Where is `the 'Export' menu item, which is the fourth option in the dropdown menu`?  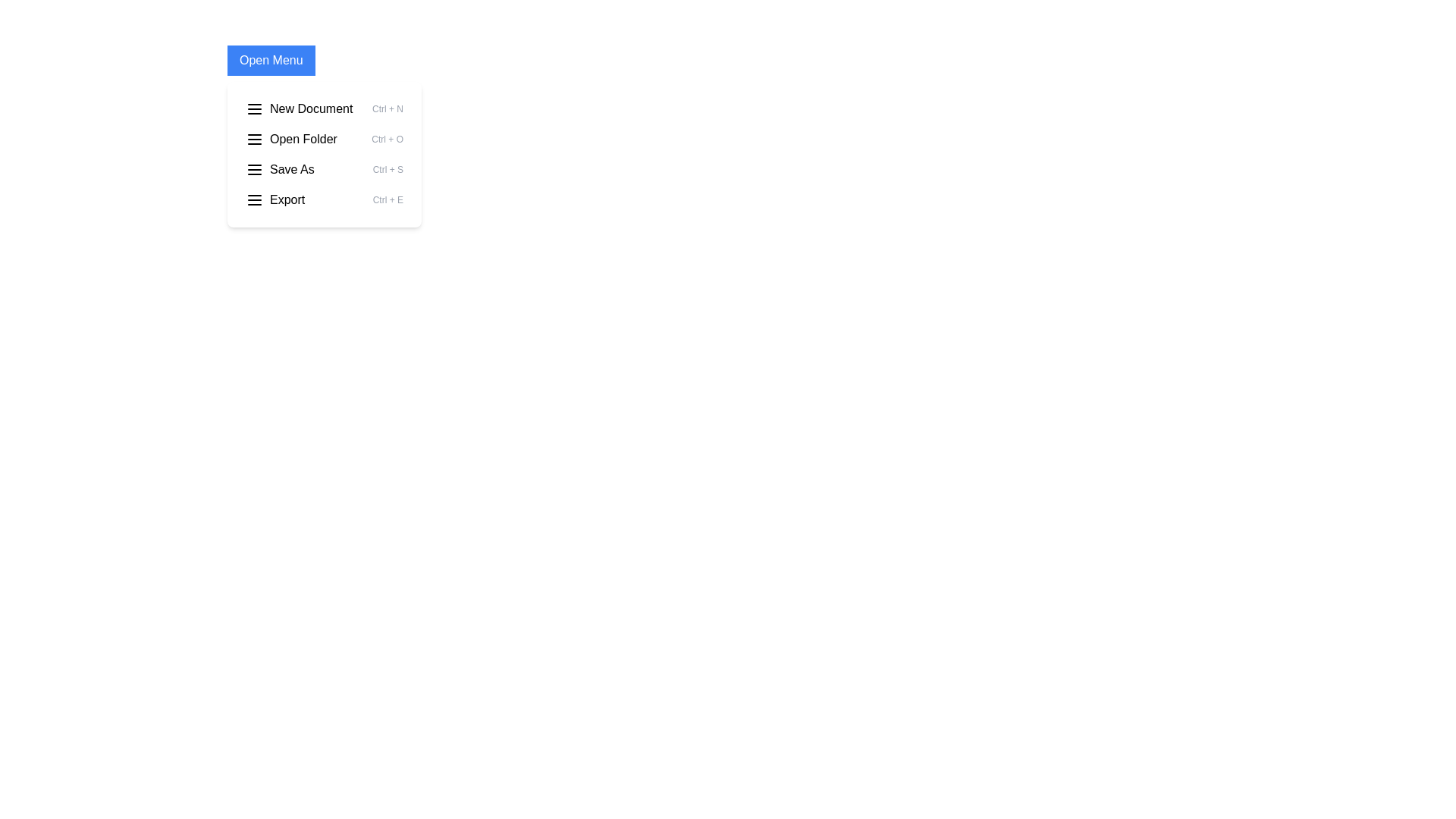 the 'Export' menu item, which is the fourth option in the dropdown menu is located at coordinates (275, 199).